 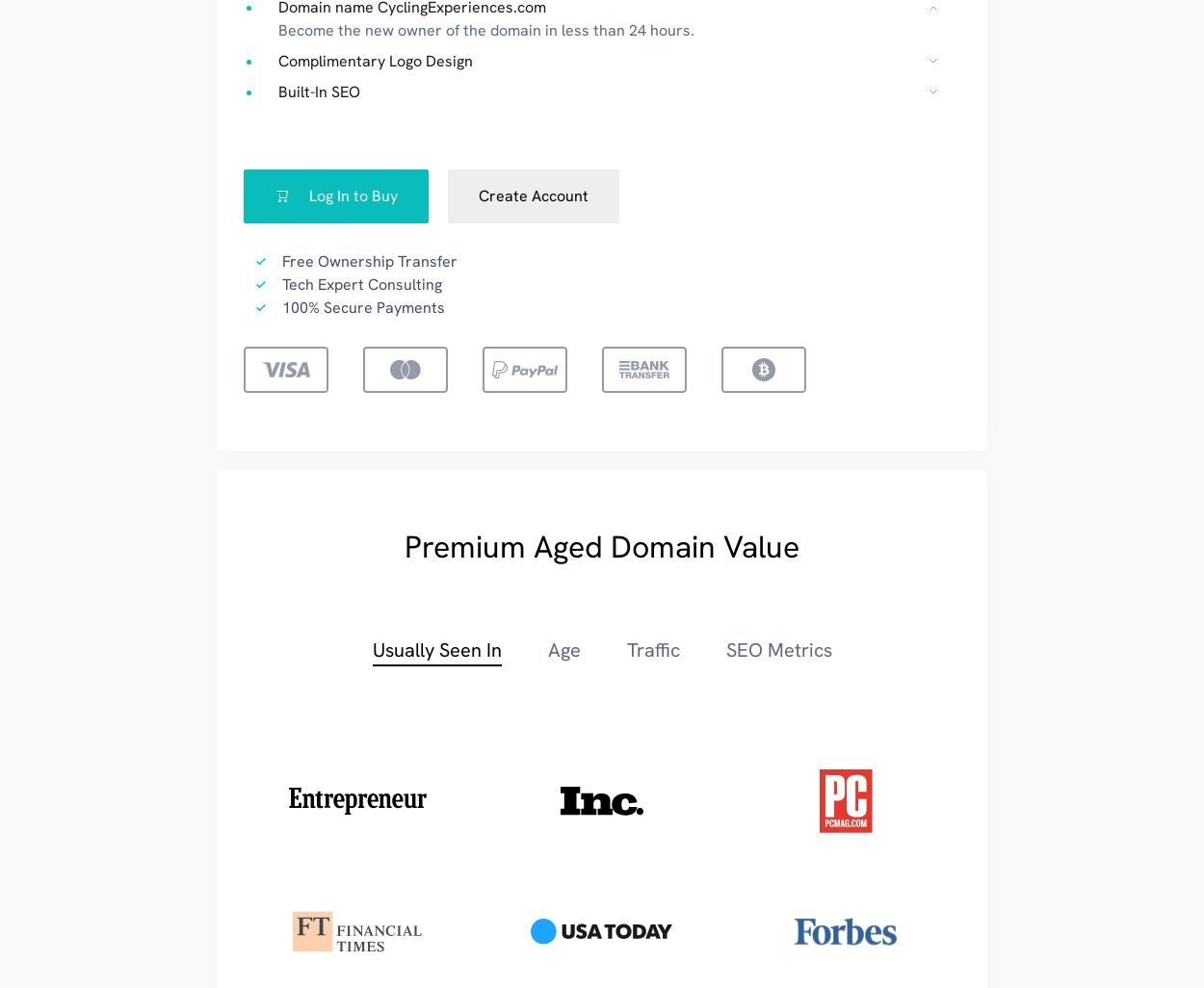 What do you see at coordinates (652, 647) in the screenshot?
I see `'Traffic'` at bounding box center [652, 647].